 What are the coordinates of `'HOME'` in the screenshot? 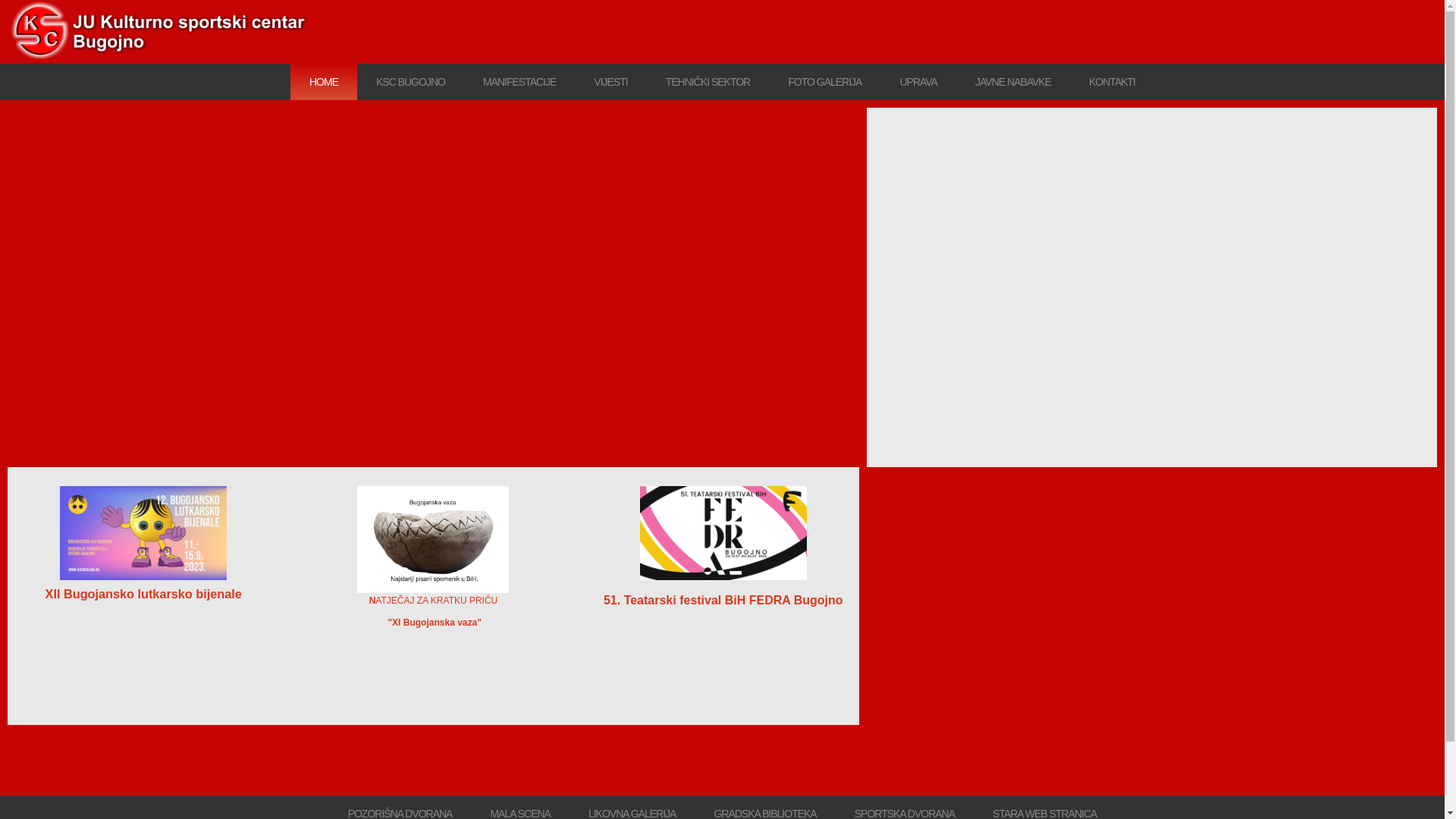 It's located at (323, 82).